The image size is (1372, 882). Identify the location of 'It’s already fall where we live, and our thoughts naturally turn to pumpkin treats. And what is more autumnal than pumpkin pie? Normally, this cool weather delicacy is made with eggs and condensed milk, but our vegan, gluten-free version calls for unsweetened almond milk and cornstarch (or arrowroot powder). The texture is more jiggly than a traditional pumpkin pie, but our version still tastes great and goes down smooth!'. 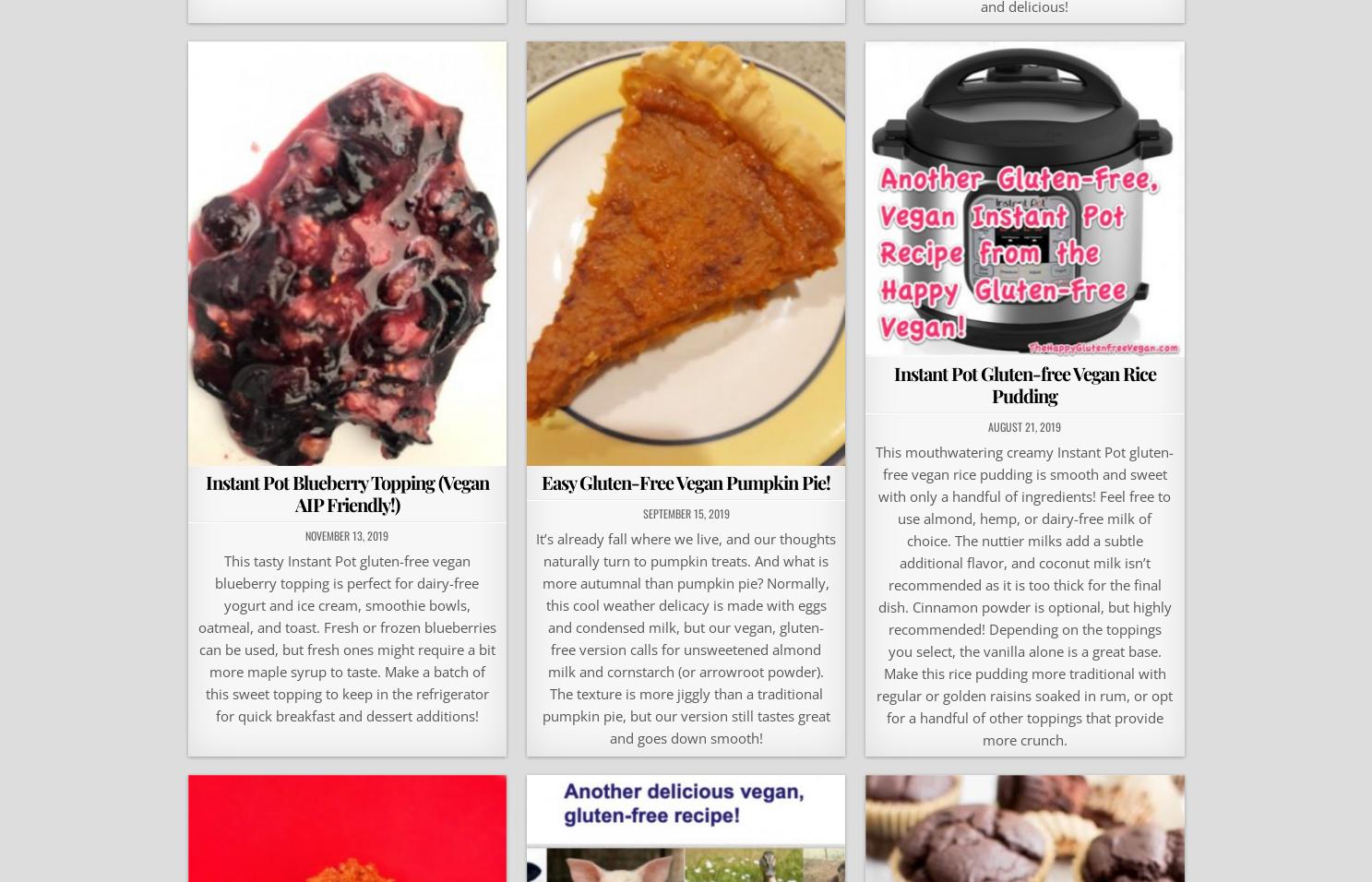
(685, 638).